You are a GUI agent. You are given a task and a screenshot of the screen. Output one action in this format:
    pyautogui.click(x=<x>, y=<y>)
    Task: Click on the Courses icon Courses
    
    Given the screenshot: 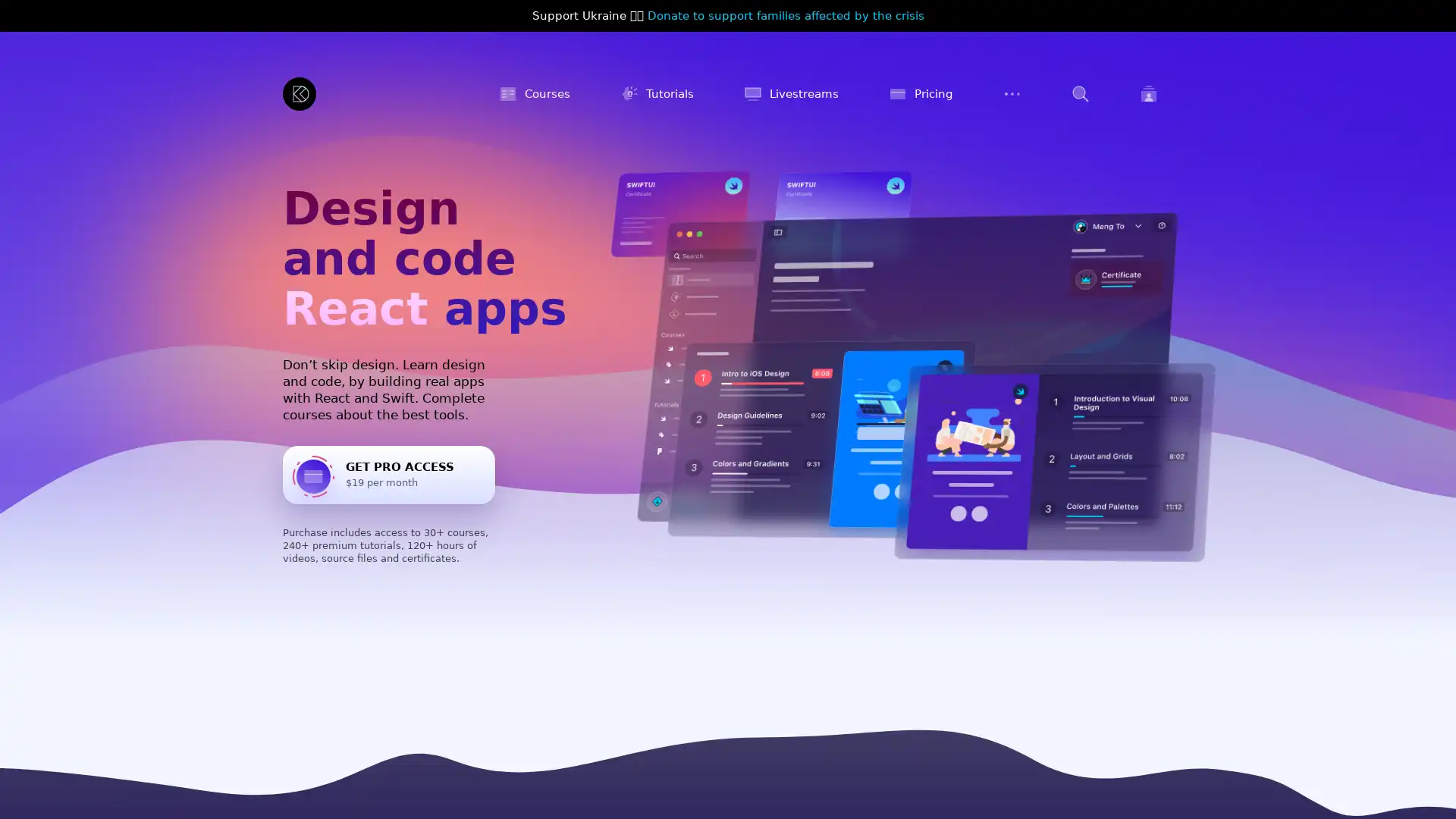 What is the action you would take?
    pyautogui.click(x=535, y=93)
    